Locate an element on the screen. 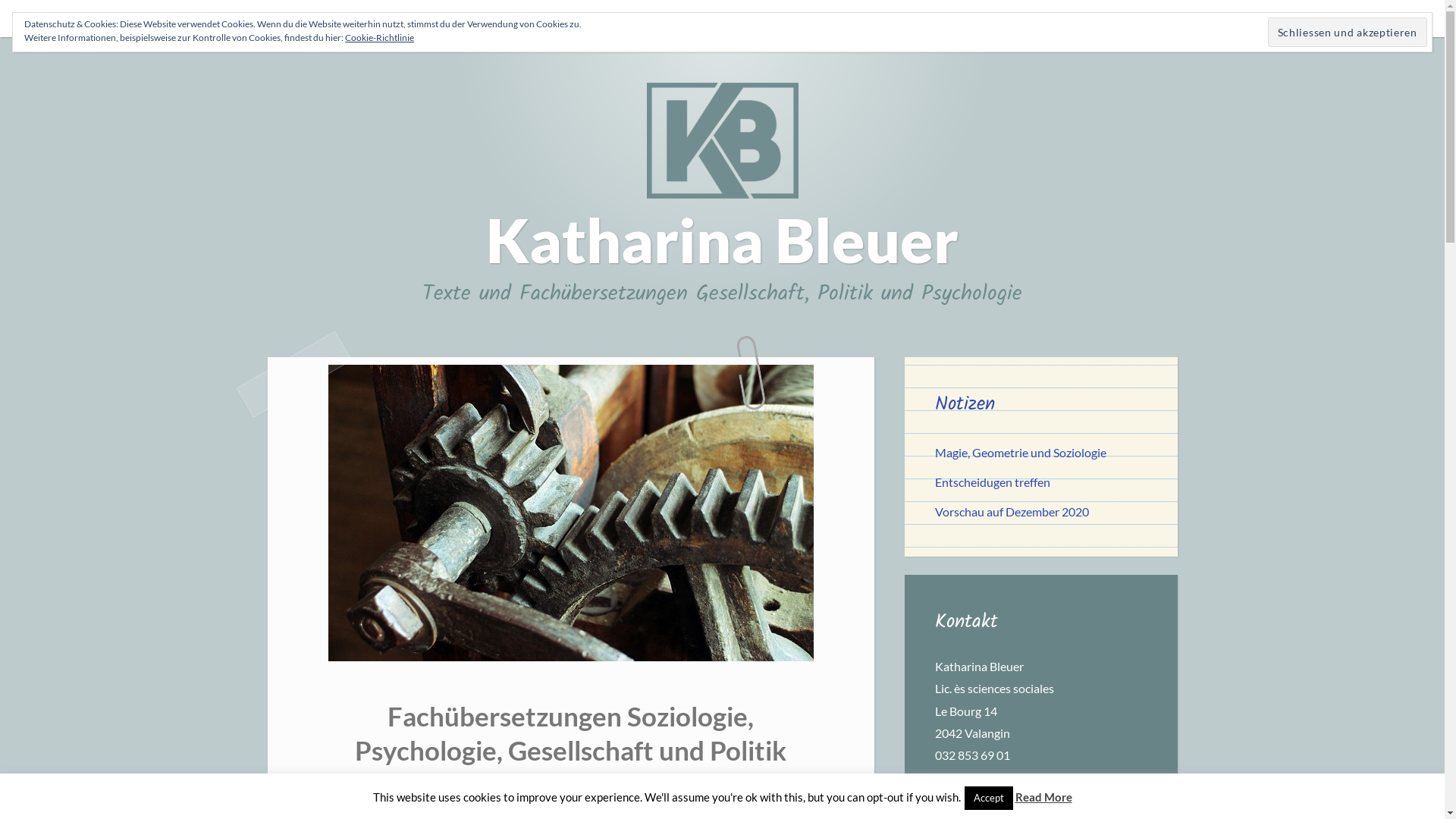 Image resolution: width=1456 pixels, height=819 pixels. 'Read More' is located at coordinates (1042, 795).